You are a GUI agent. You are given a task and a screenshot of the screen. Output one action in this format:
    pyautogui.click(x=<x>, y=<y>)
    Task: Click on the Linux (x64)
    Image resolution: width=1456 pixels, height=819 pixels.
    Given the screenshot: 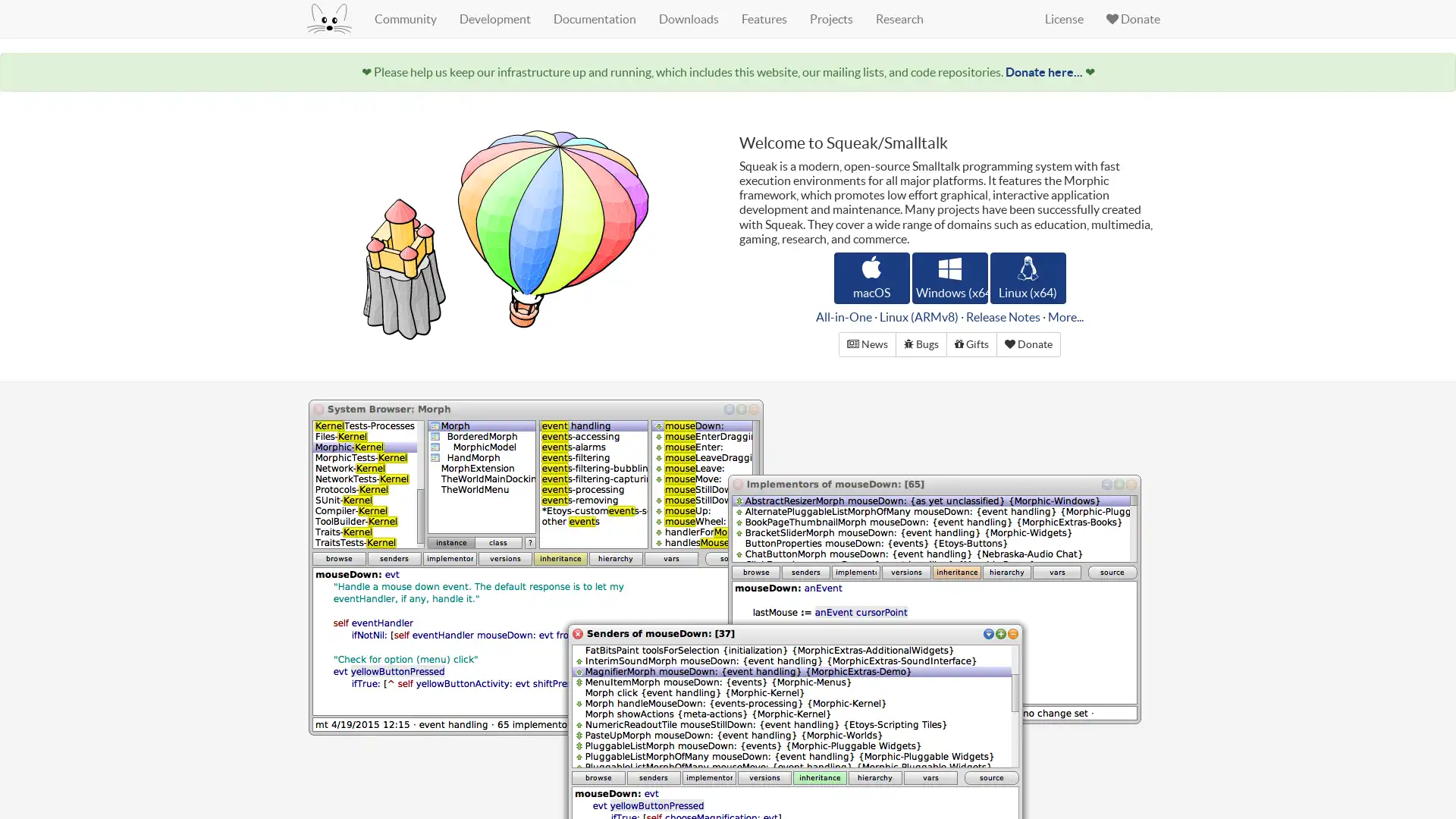 What is the action you would take?
    pyautogui.click(x=1027, y=278)
    